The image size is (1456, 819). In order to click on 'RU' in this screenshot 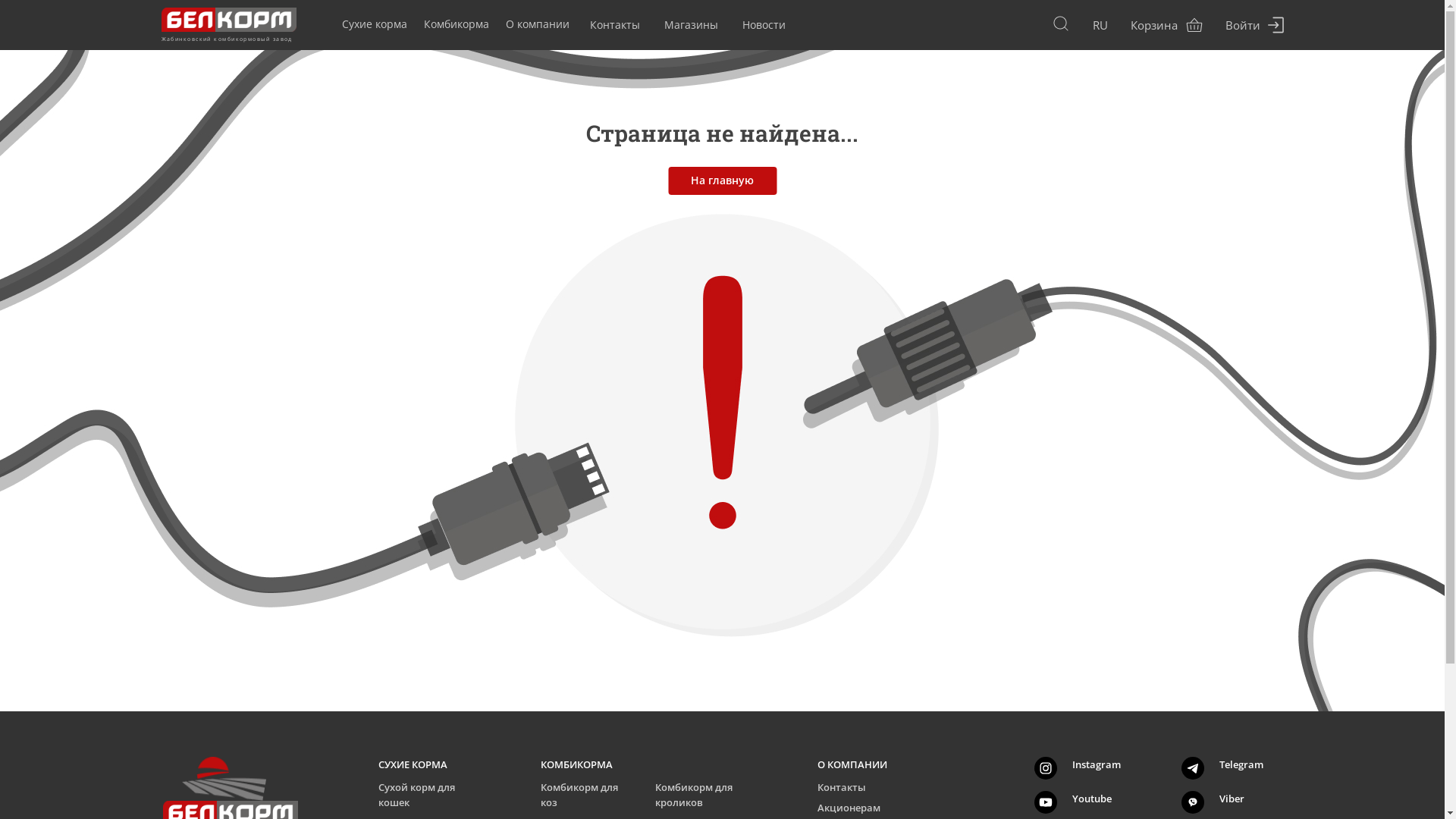, I will do `click(1092, 25)`.